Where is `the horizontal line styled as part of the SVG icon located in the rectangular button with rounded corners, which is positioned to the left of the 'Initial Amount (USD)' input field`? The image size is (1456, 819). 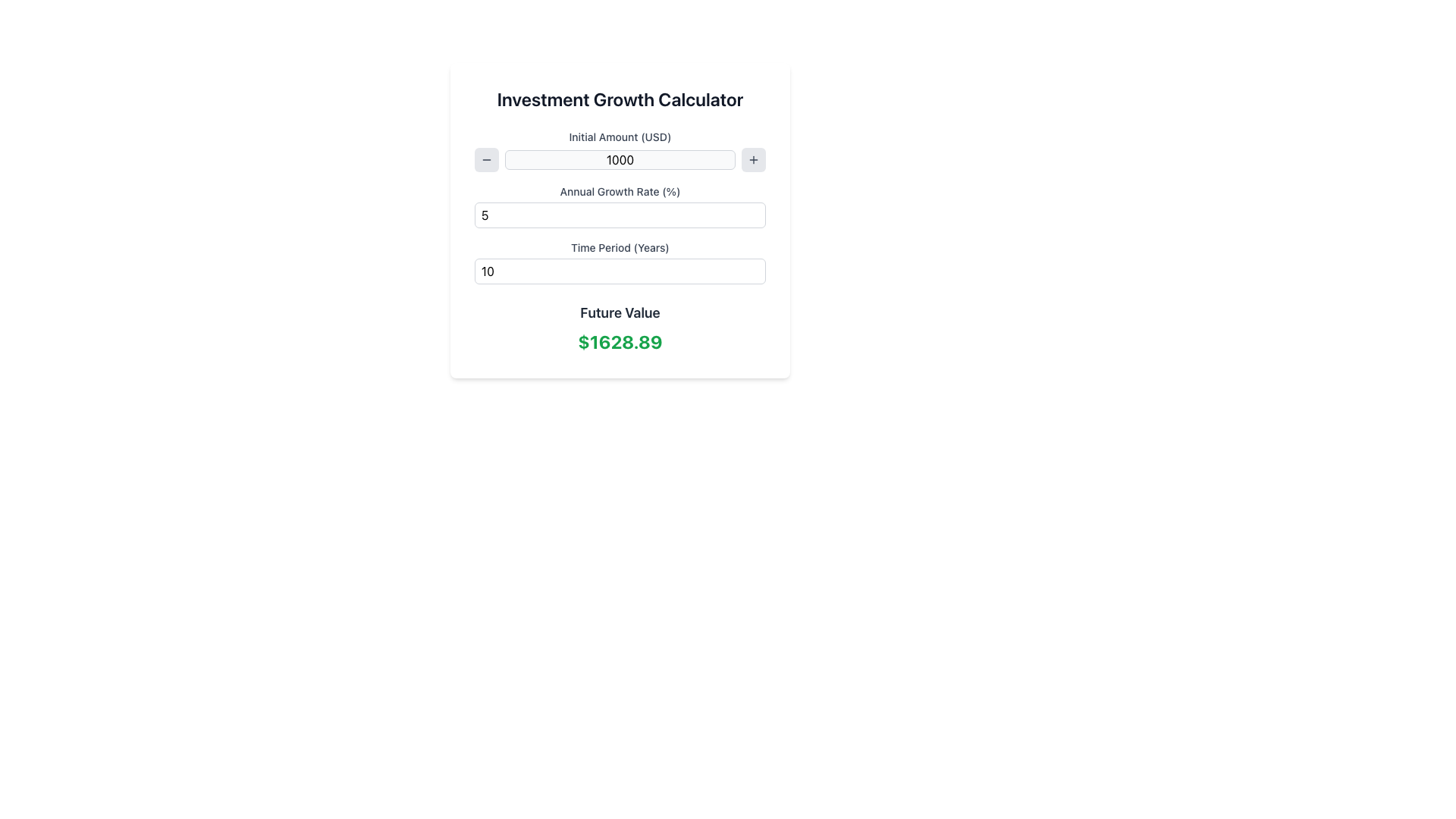
the horizontal line styled as part of the SVG icon located in the rectangular button with rounded corners, which is positioned to the left of the 'Initial Amount (USD)' input field is located at coordinates (487, 160).